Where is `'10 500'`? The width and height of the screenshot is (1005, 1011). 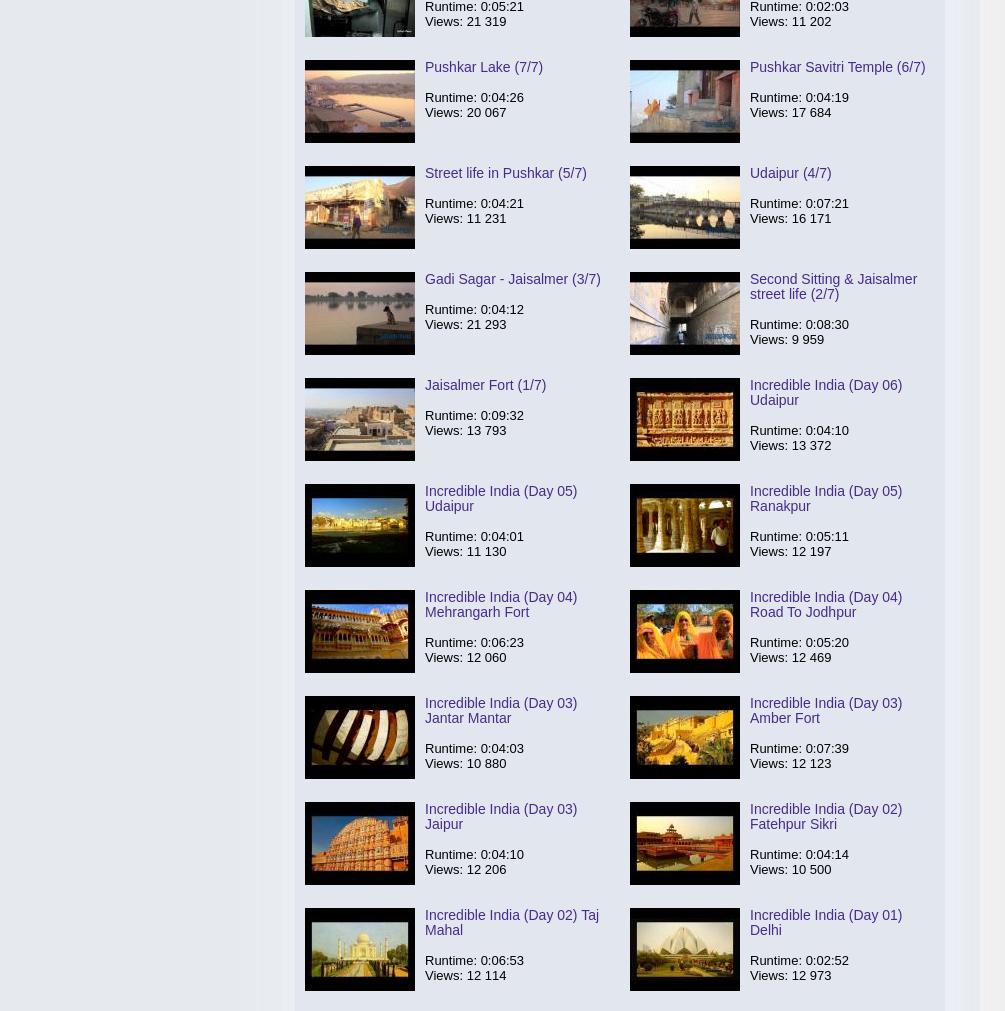
'10 500' is located at coordinates (811, 869).